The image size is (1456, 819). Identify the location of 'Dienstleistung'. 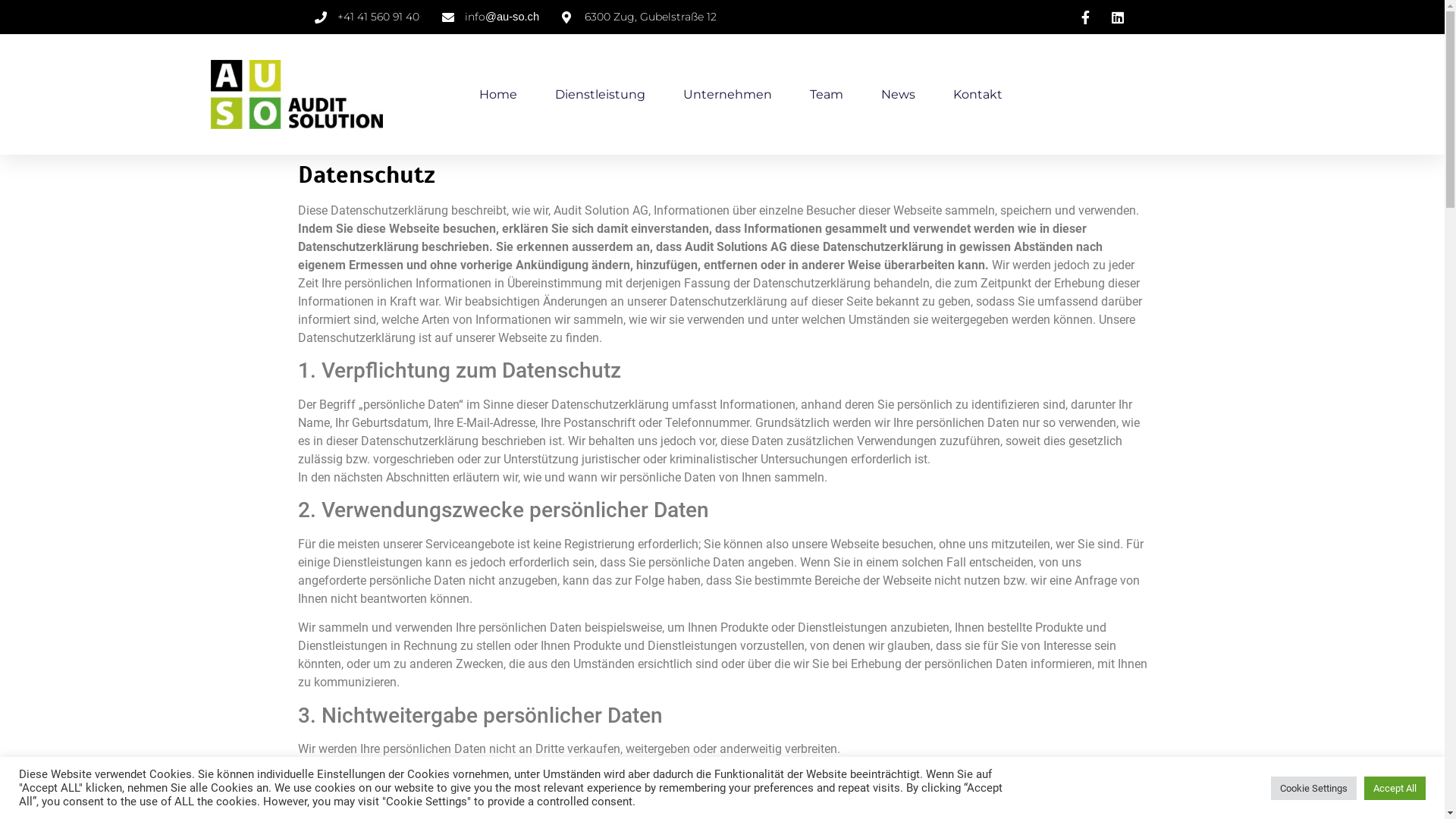
(554, 94).